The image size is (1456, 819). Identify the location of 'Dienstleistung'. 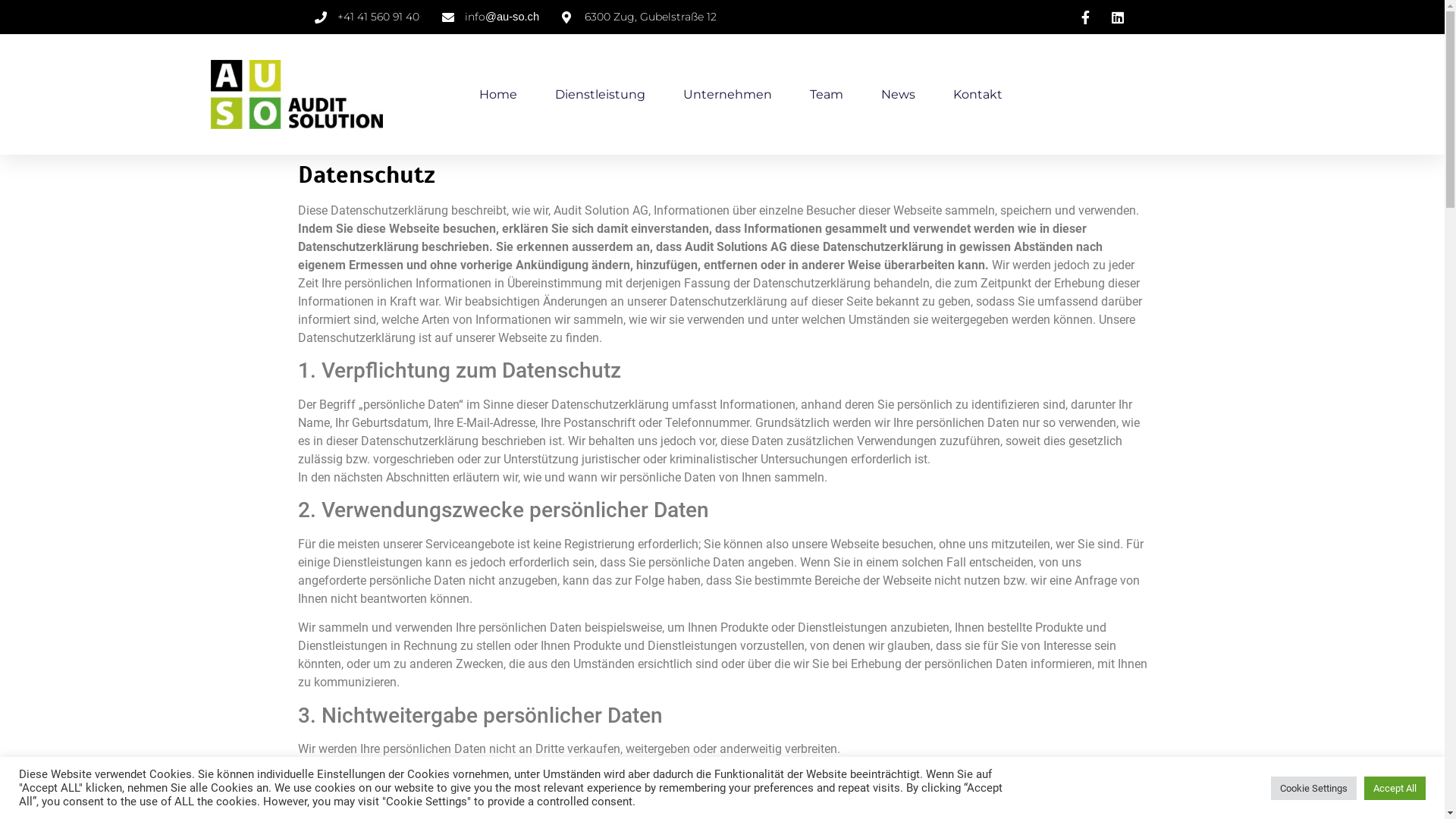
(554, 94).